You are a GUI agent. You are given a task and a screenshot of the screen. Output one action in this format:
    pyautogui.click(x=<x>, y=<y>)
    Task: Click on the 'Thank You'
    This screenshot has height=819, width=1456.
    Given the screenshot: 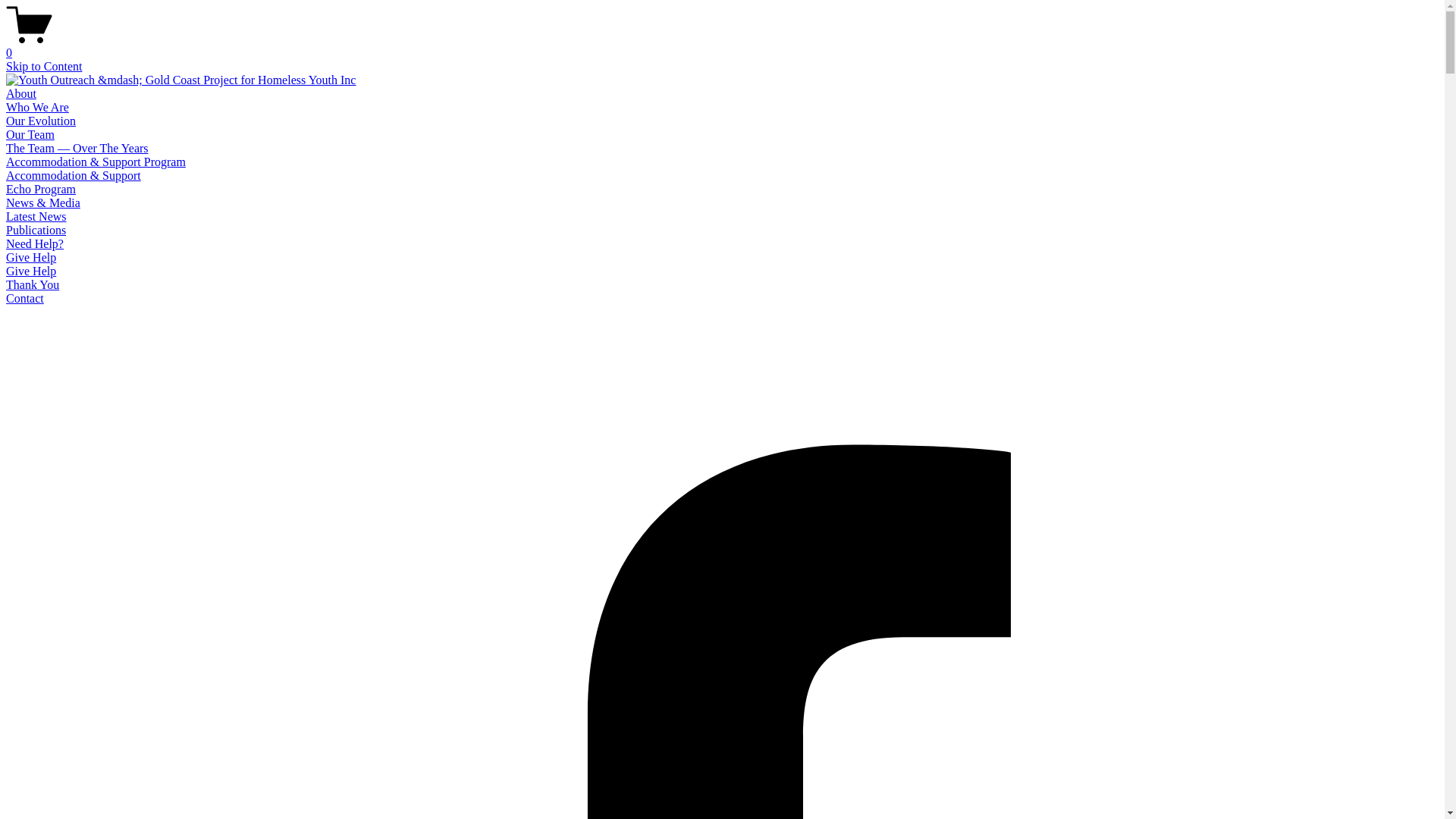 What is the action you would take?
    pyautogui.click(x=33, y=284)
    